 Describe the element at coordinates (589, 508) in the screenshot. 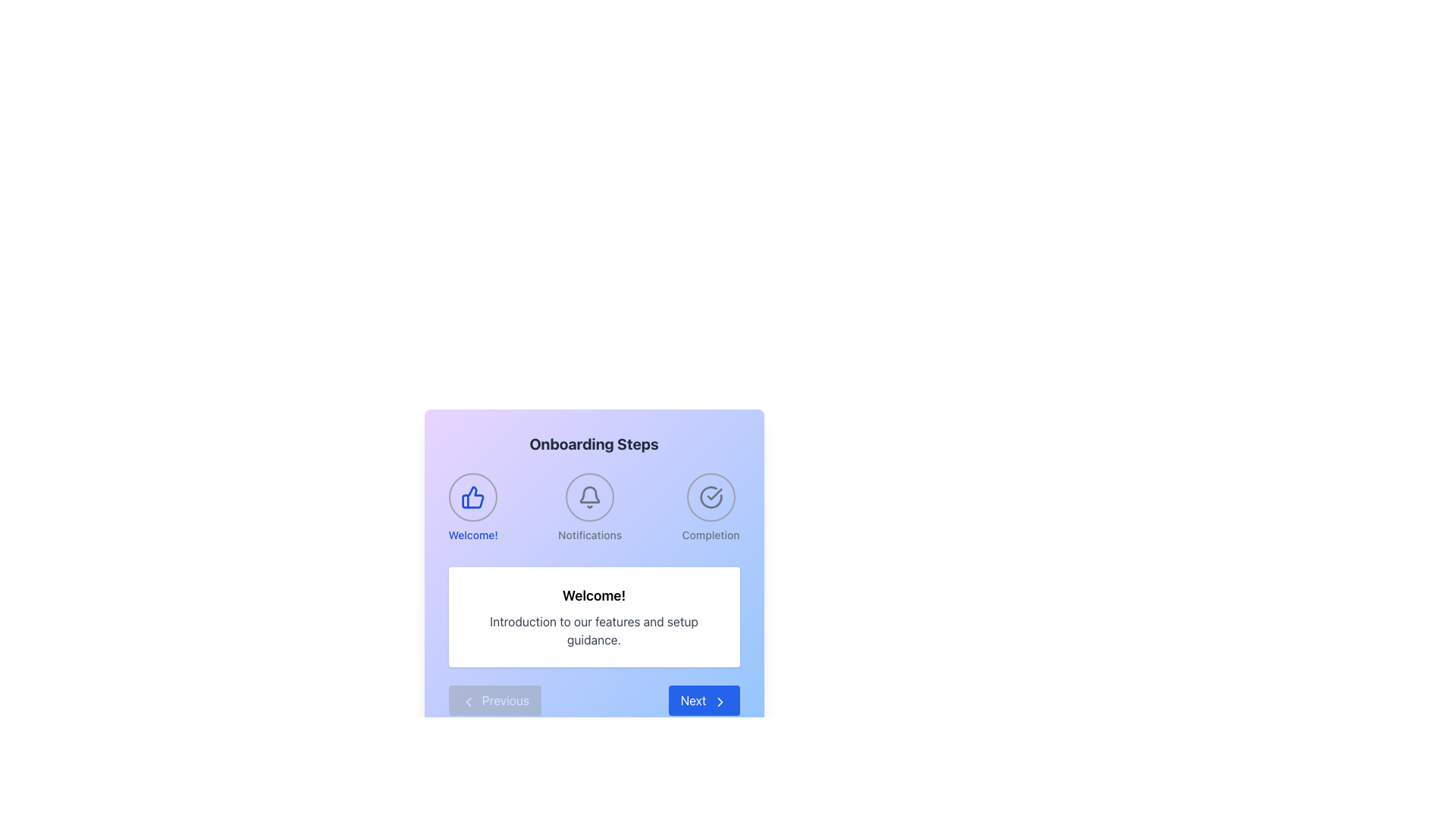

I see `the notification icon located between the 'Welcome!' and 'Completion' elements` at that location.